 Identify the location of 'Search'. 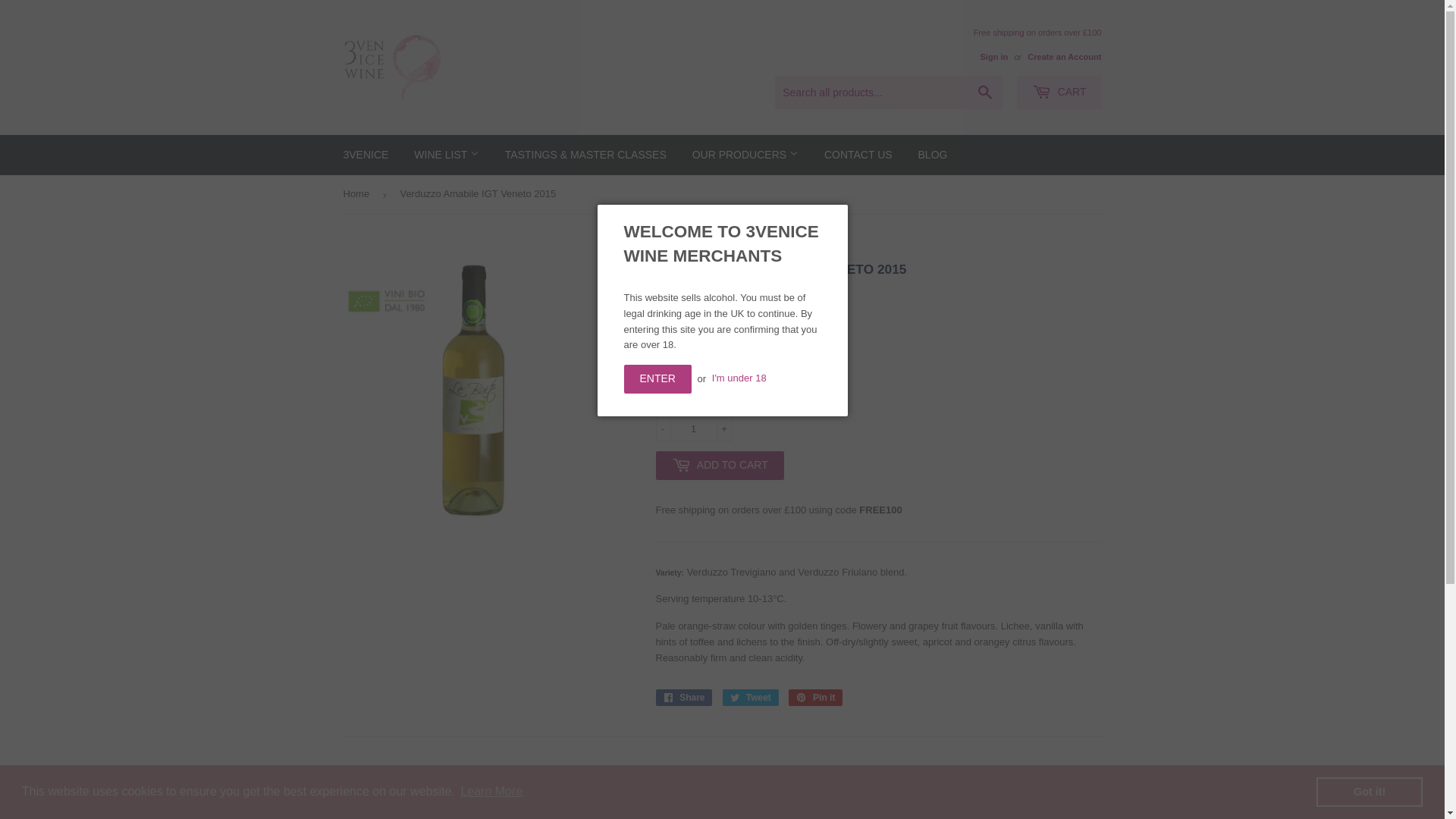
(985, 93).